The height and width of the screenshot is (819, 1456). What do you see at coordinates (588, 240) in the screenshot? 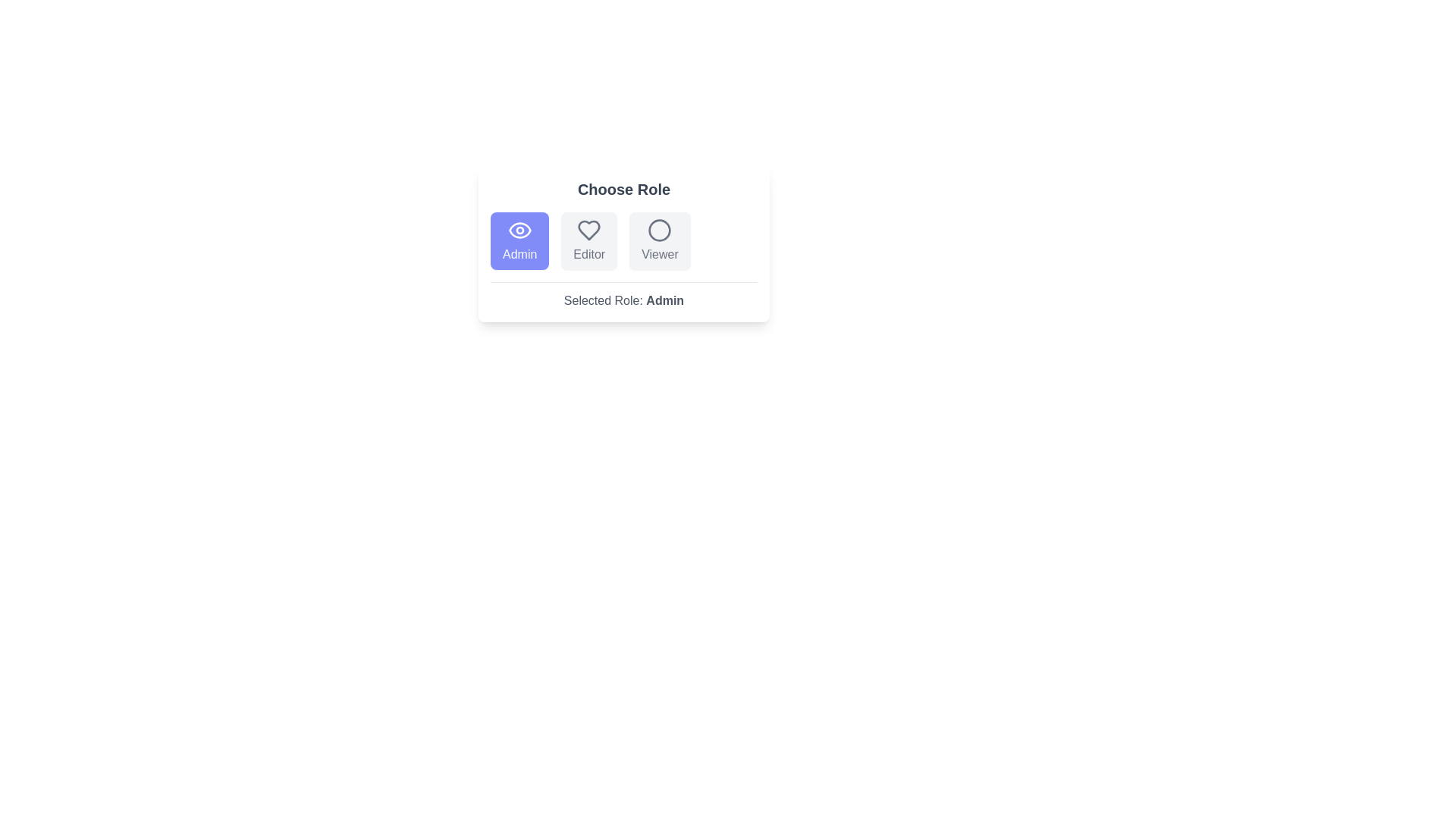
I see `the 'Editor' role button, which is the second button in a group of three options` at bounding box center [588, 240].